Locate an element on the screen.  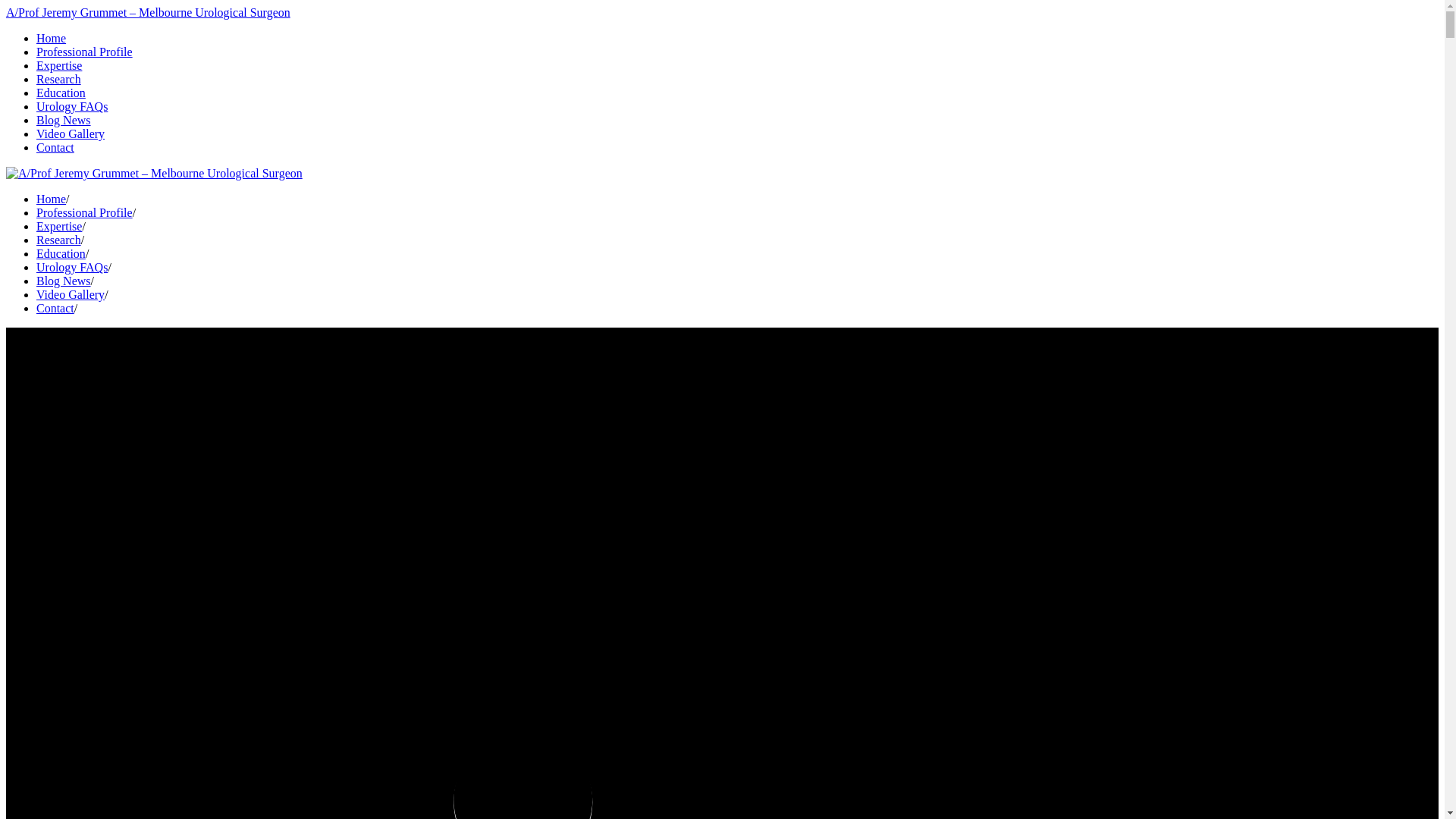
'Contact' is located at coordinates (55, 147).